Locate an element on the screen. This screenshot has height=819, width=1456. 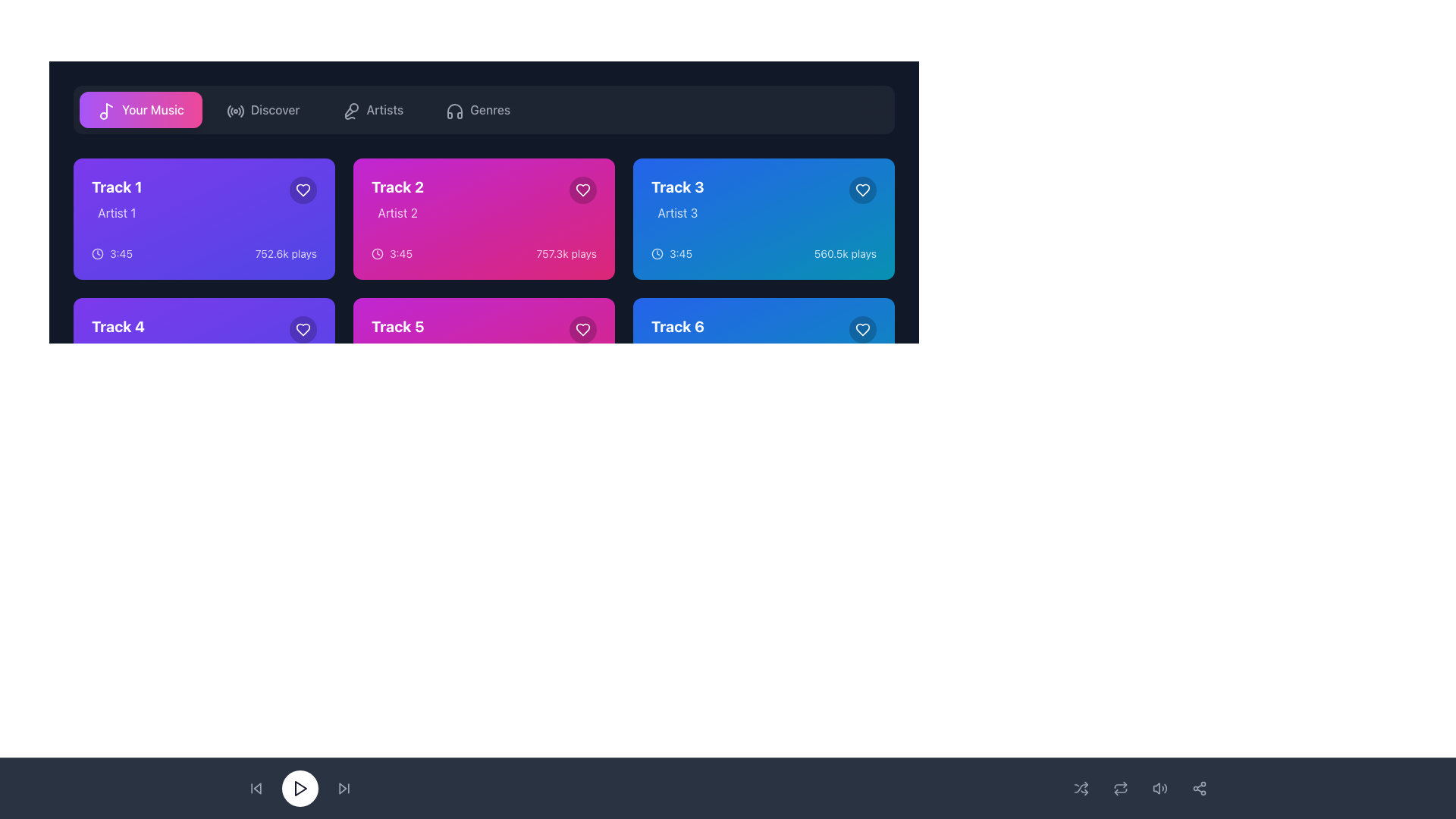
the 'Artists' button, which is the third button in a horizontal row is located at coordinates (372, 109).